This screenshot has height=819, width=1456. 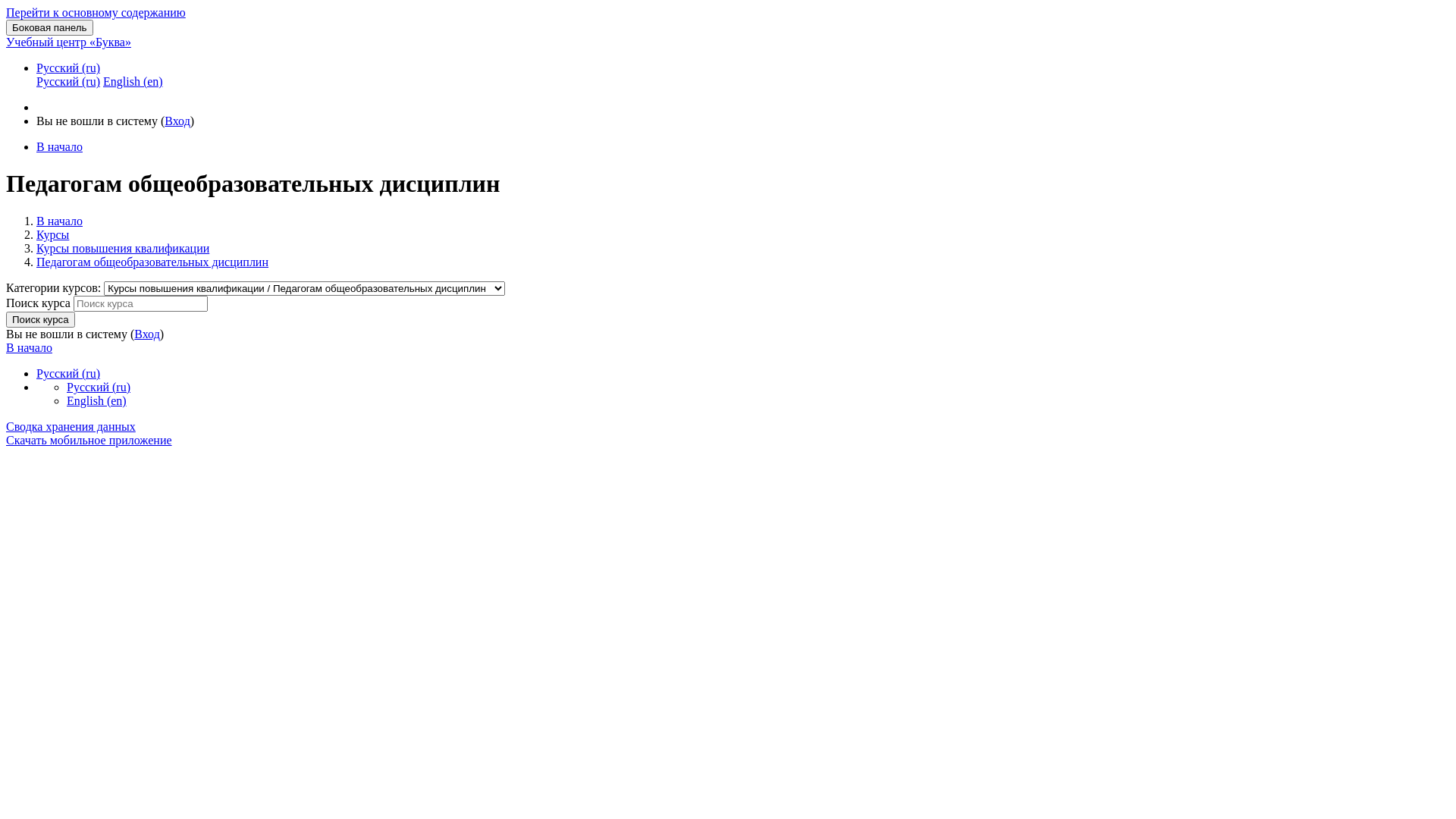 I want to click on 'English (en)', so click(x=65, y=400).